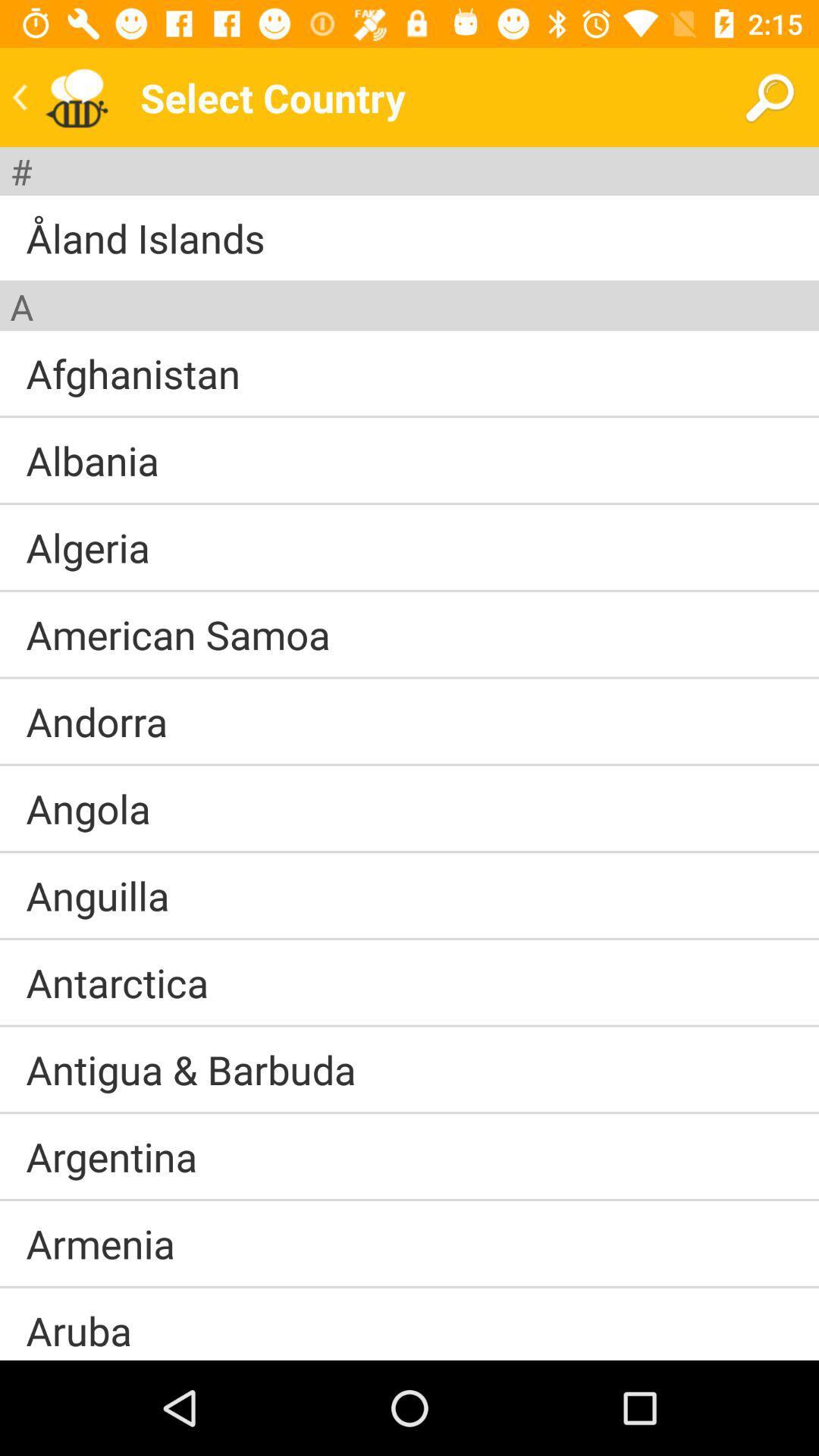 The width and height of the screenshot is (819, 1456). Describe the element at coordinates (21, 171) in the screenshot. I see `#` at that location.